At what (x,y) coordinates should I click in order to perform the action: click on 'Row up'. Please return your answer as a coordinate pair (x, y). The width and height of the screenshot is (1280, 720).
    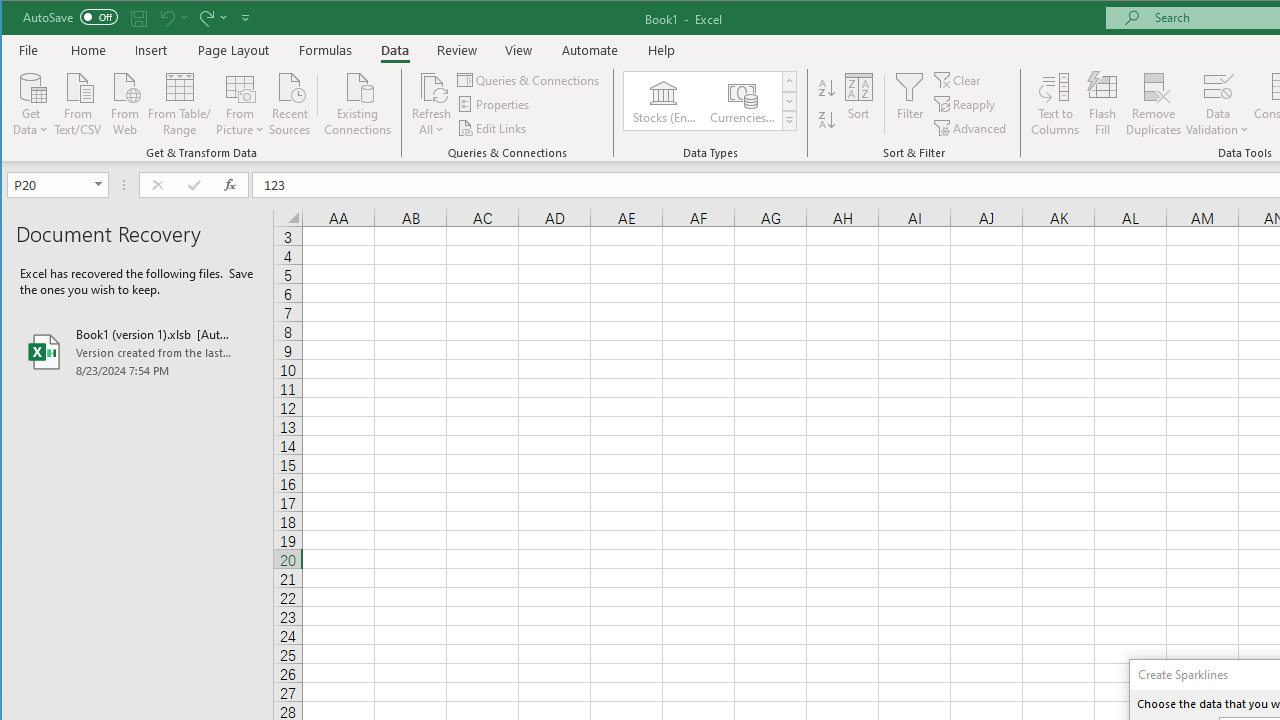
    Looking at the image, I should click on (788, 80).